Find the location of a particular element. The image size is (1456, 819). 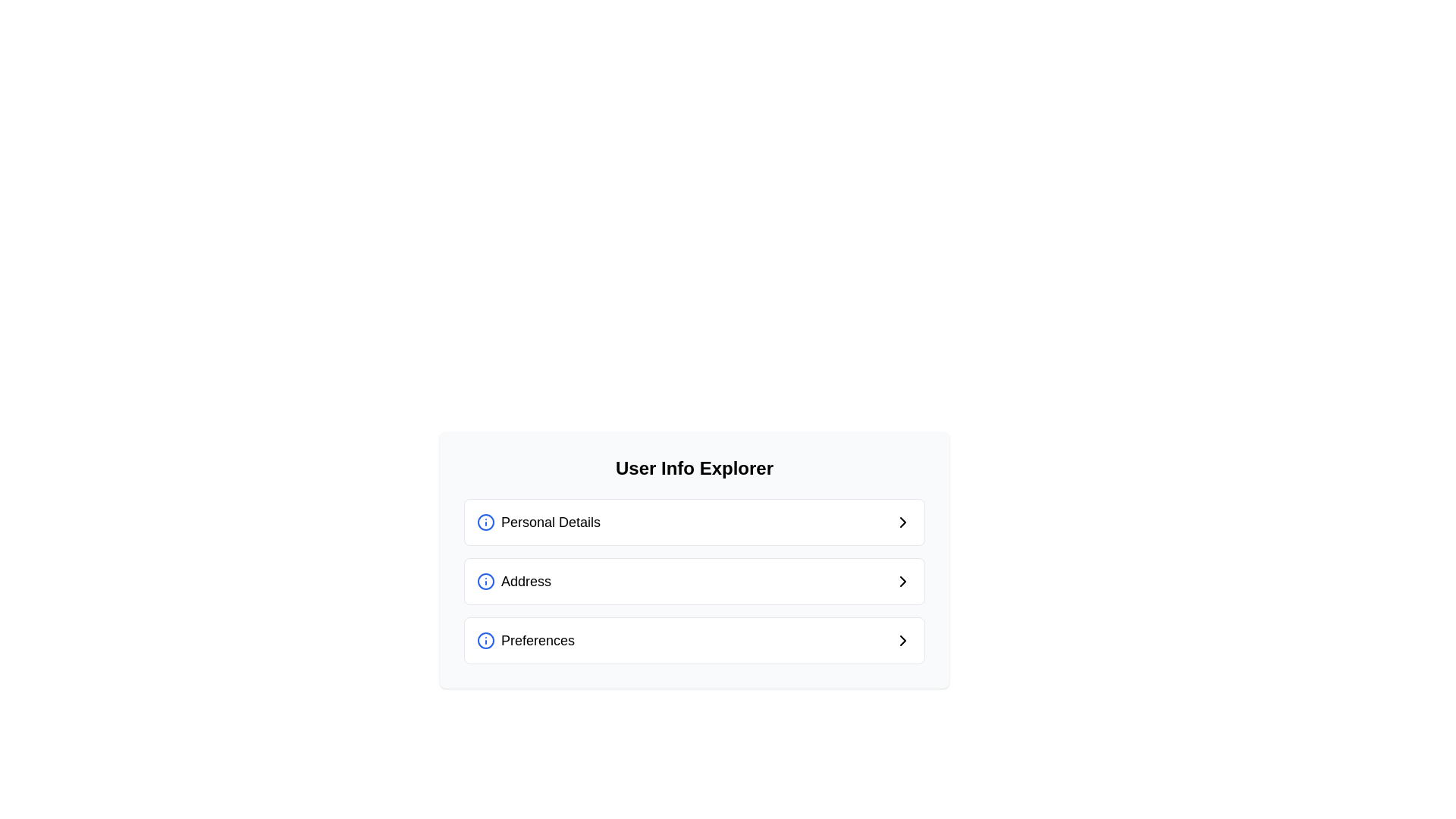

the circular blue information icon located to the left of the 'Personal Details' text is located at coordinates (486, 522).